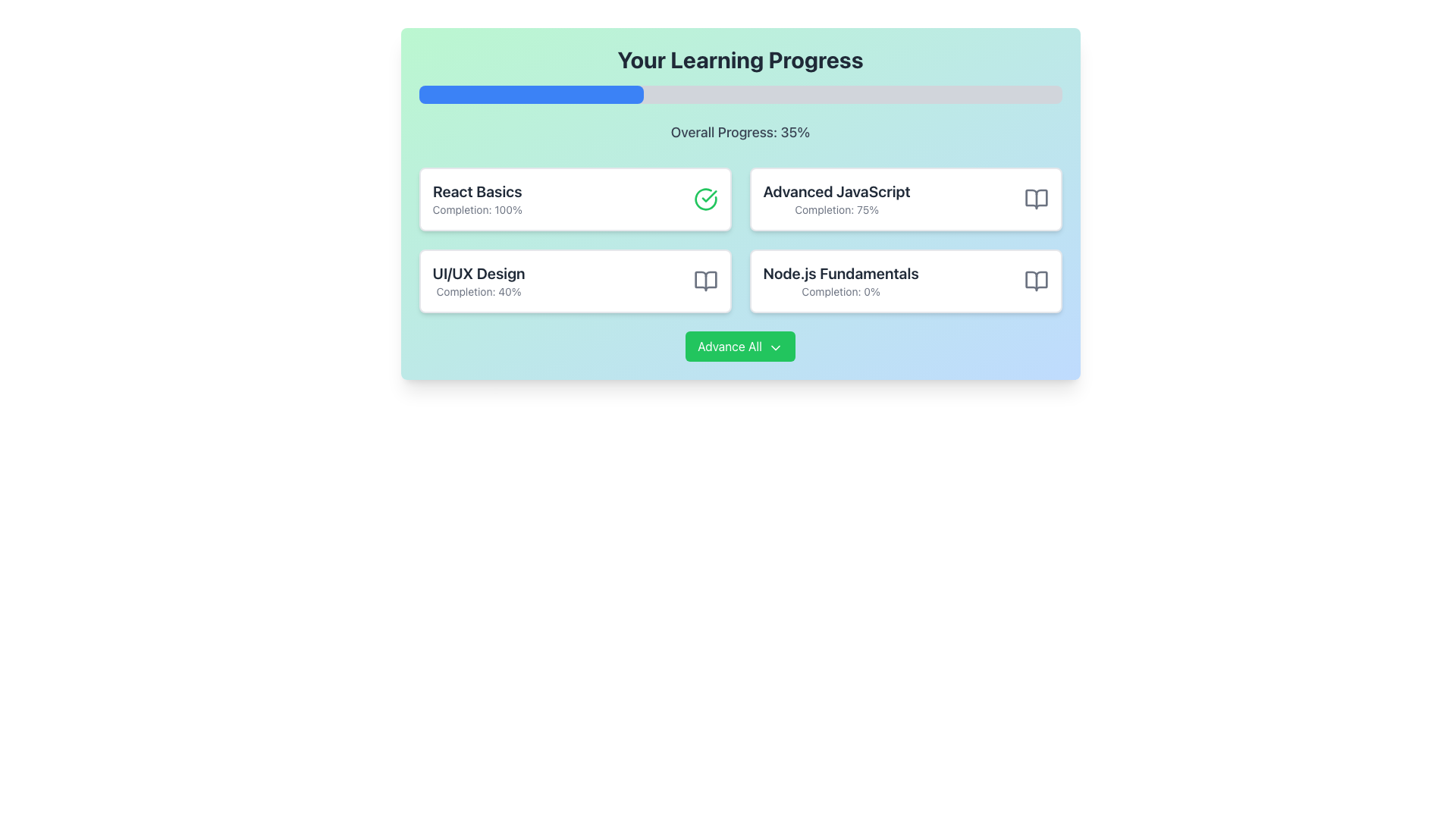 The width and height of the screenshot is (1456, 819). I want to click on text label displaying 'Completion: 0%' located in the bottom-right section of the learning modules grid, so click(840, 292).